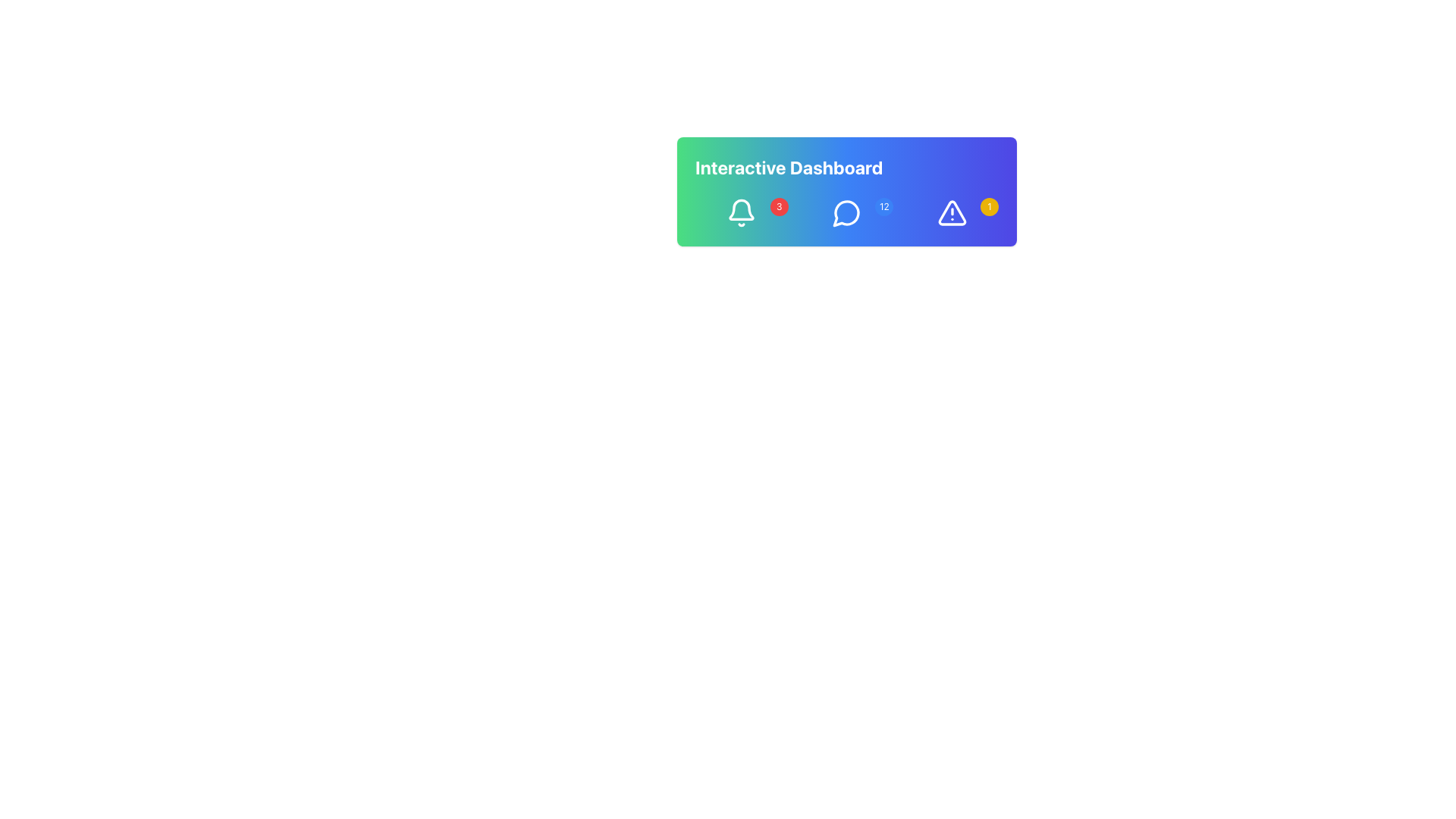 This screenshot has width=1456, height=819. What do you see at coordinates (951, 213) in the screenshot?
I see `the triangular warning icon with a blue background and white border` at bounding box center [951, 213].